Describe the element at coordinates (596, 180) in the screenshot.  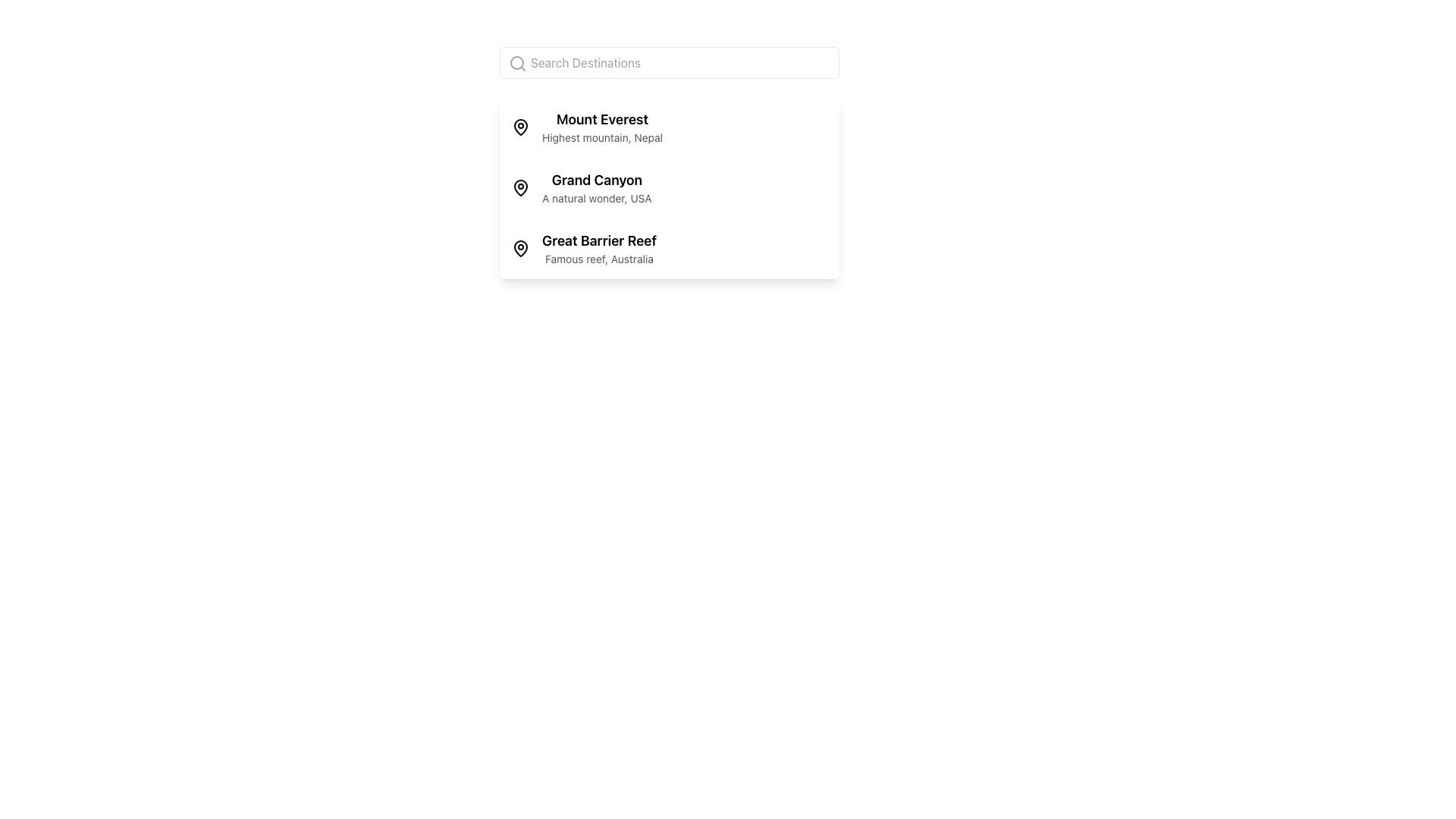
I see `the primary label of the second destination in the vertical list, which is positioned above the descriptive text 'A natural wonder, USA' and aligned to the right of the location marker icon` at that location.